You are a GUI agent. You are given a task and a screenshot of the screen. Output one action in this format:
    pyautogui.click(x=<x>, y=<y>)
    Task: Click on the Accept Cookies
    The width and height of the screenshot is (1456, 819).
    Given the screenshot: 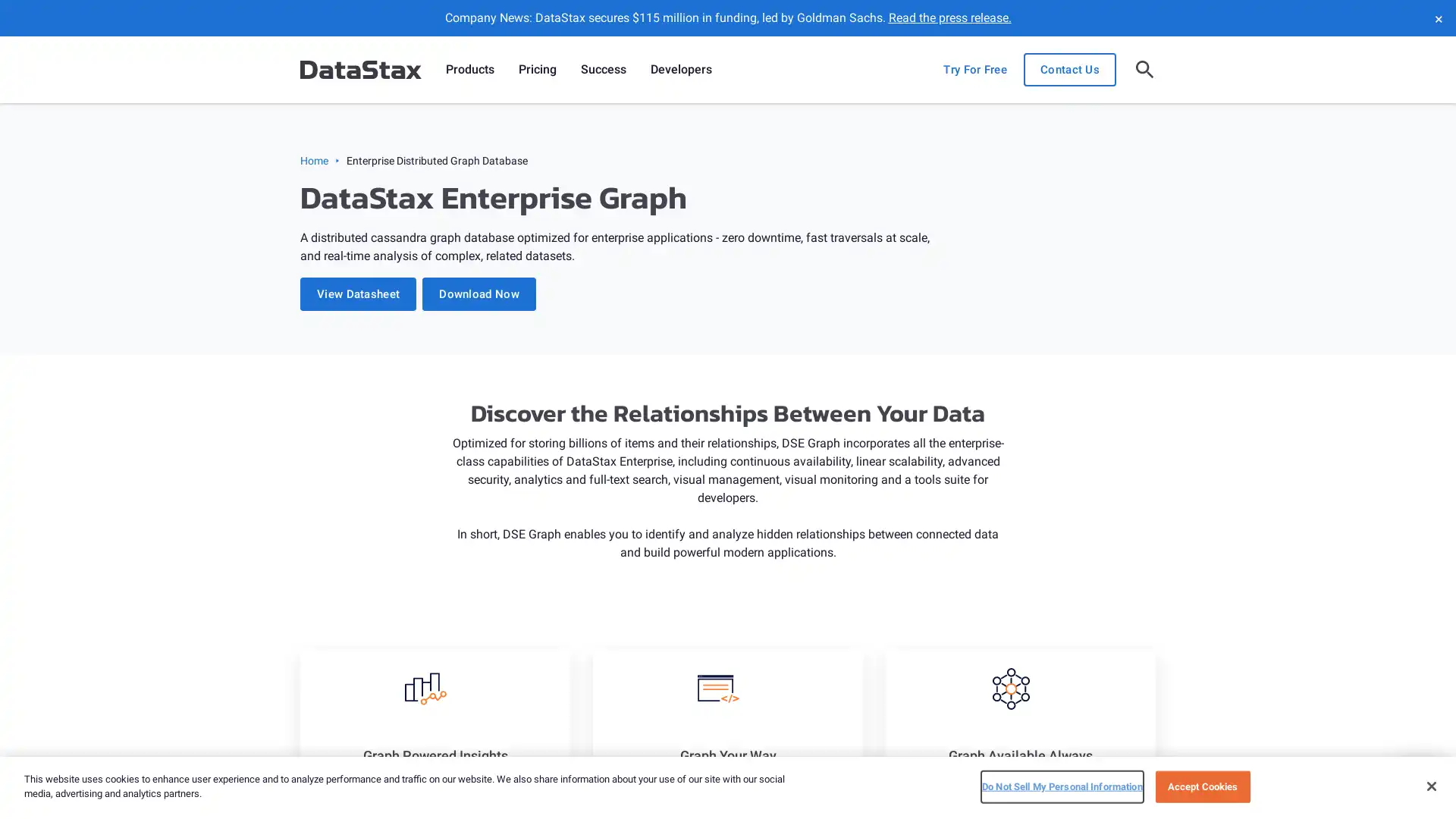 What is the action you would take?
    pyautogui.click(x=1201, y=786)
    